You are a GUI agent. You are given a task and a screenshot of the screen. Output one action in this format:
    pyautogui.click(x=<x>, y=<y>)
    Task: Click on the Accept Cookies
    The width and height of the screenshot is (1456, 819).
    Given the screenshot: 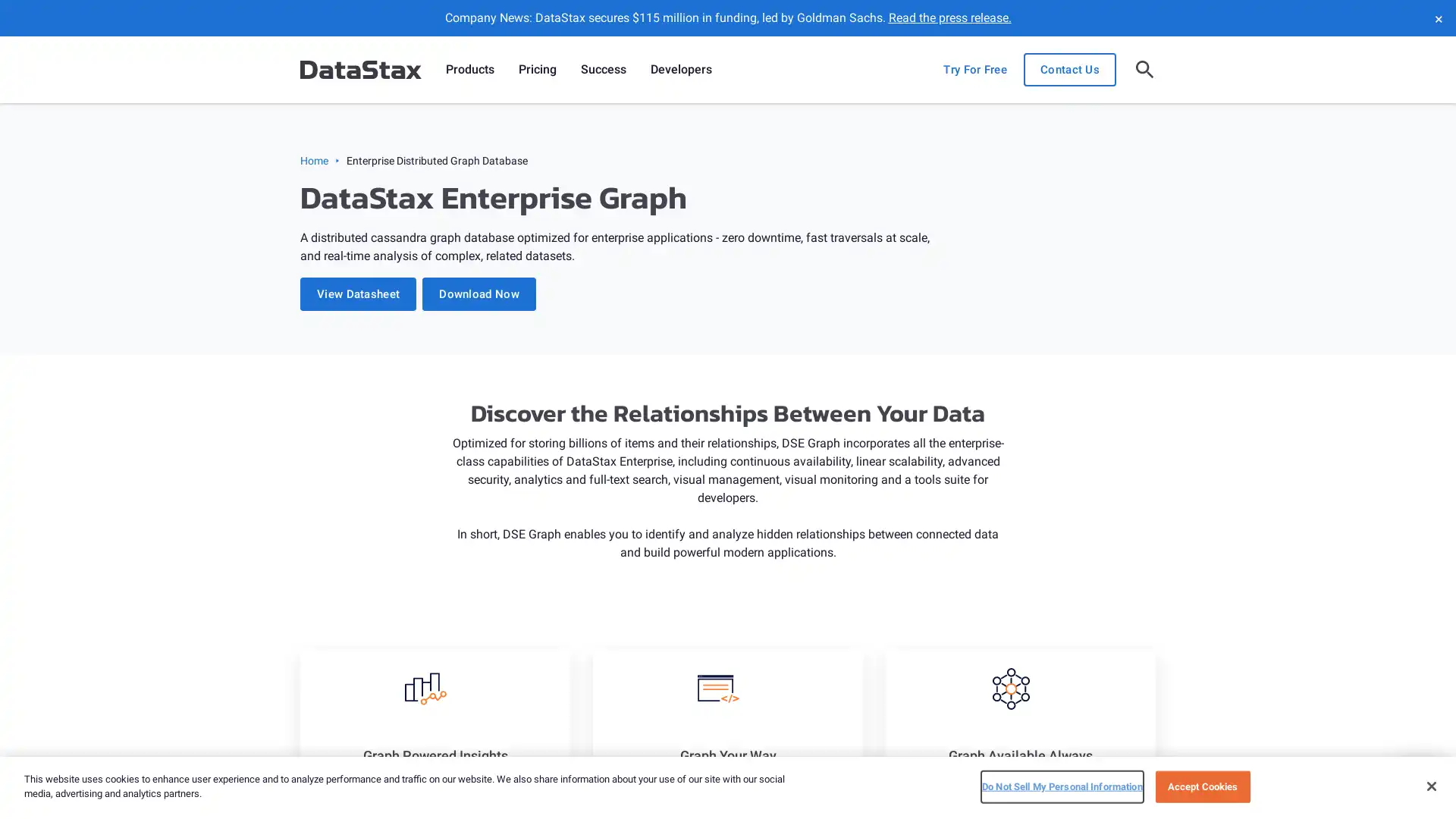 What is the action you would take?
    pyautogui.click(x=1201, y=786)
    